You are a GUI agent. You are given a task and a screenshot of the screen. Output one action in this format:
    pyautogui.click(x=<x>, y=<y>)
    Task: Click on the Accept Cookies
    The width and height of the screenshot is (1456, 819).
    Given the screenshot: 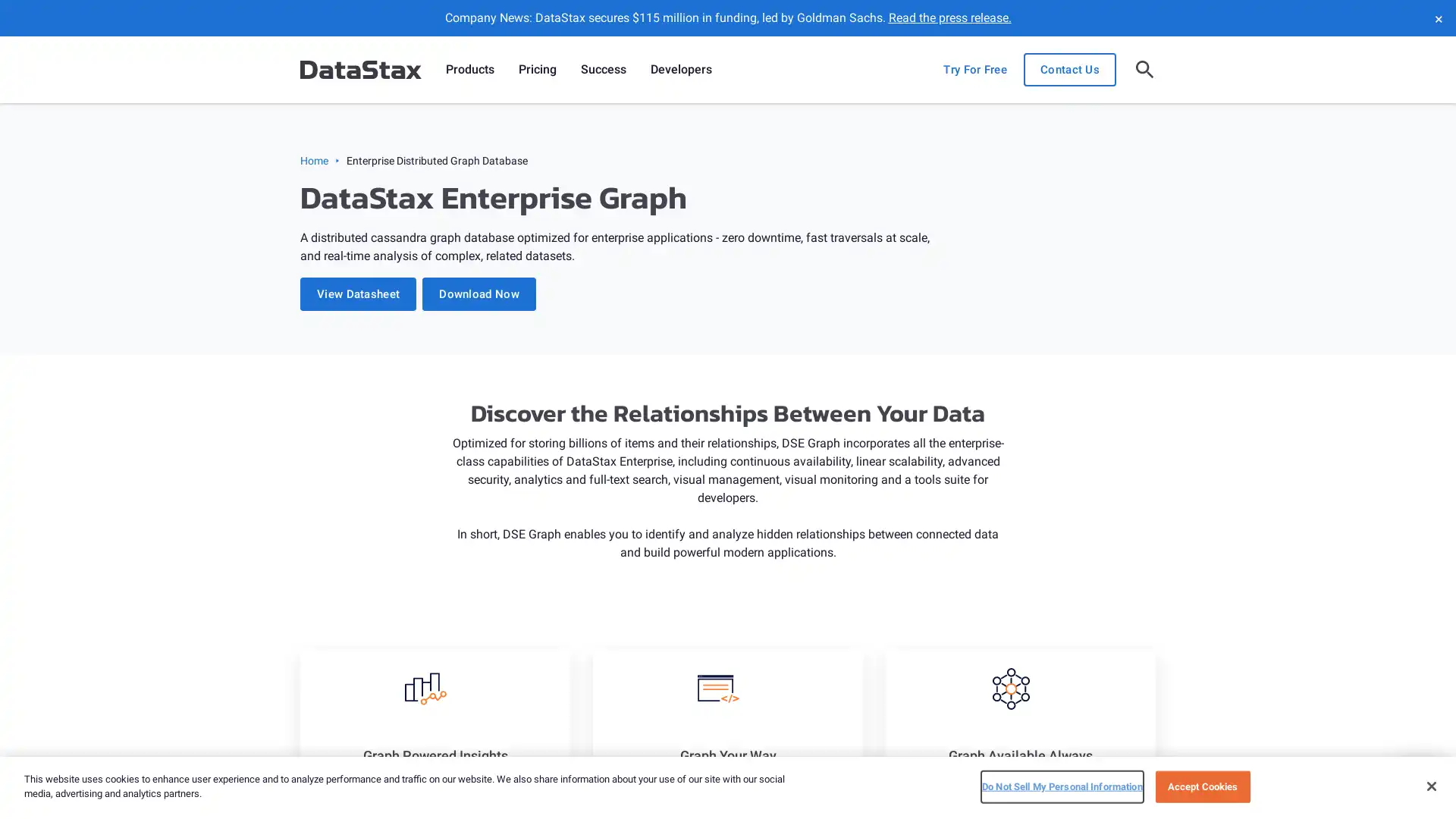 What is the action you would take?
    pyautogui.click(x=1201, y=786)
    